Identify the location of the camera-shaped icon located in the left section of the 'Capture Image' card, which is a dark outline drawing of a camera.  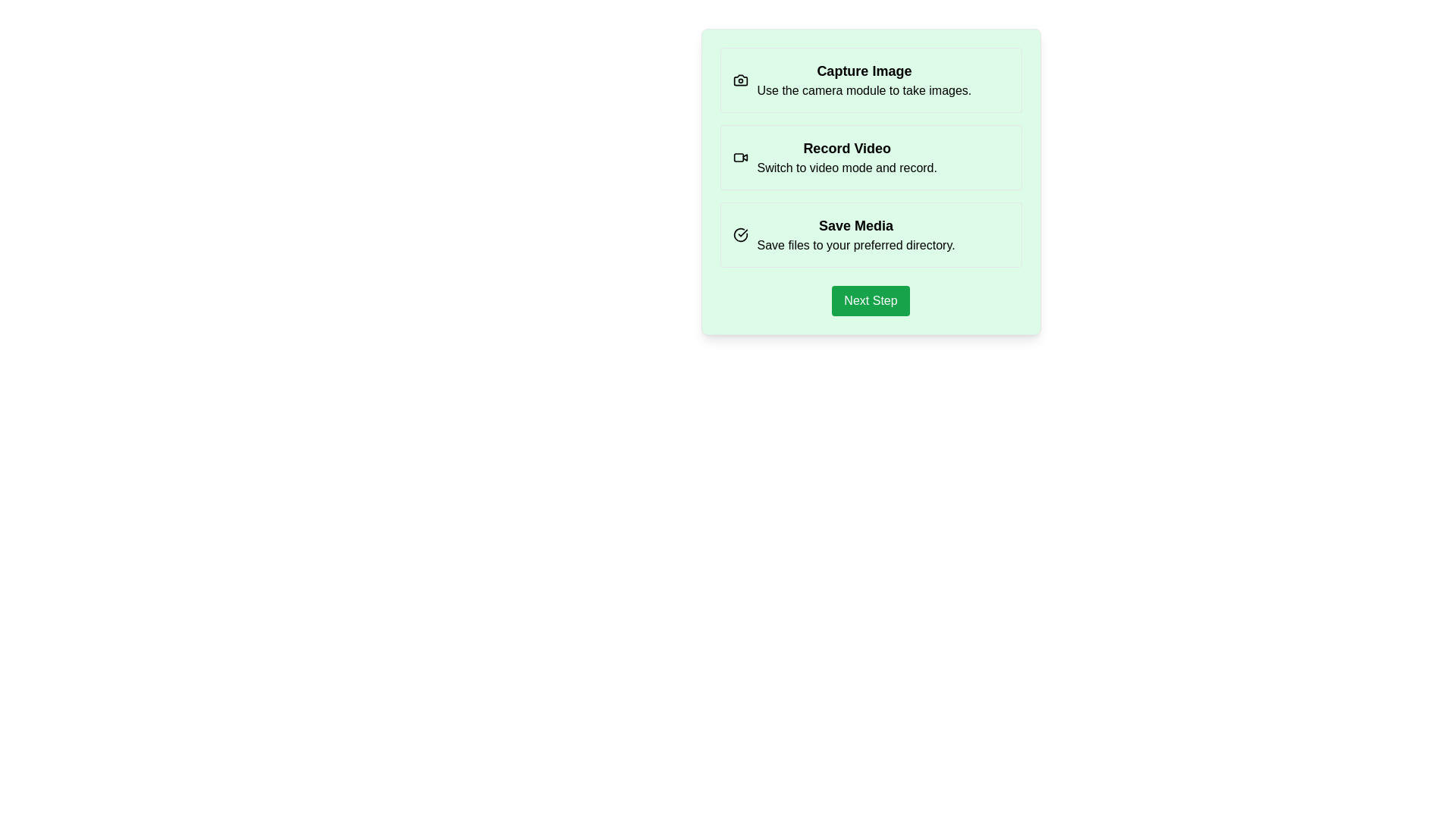
(740, 80).